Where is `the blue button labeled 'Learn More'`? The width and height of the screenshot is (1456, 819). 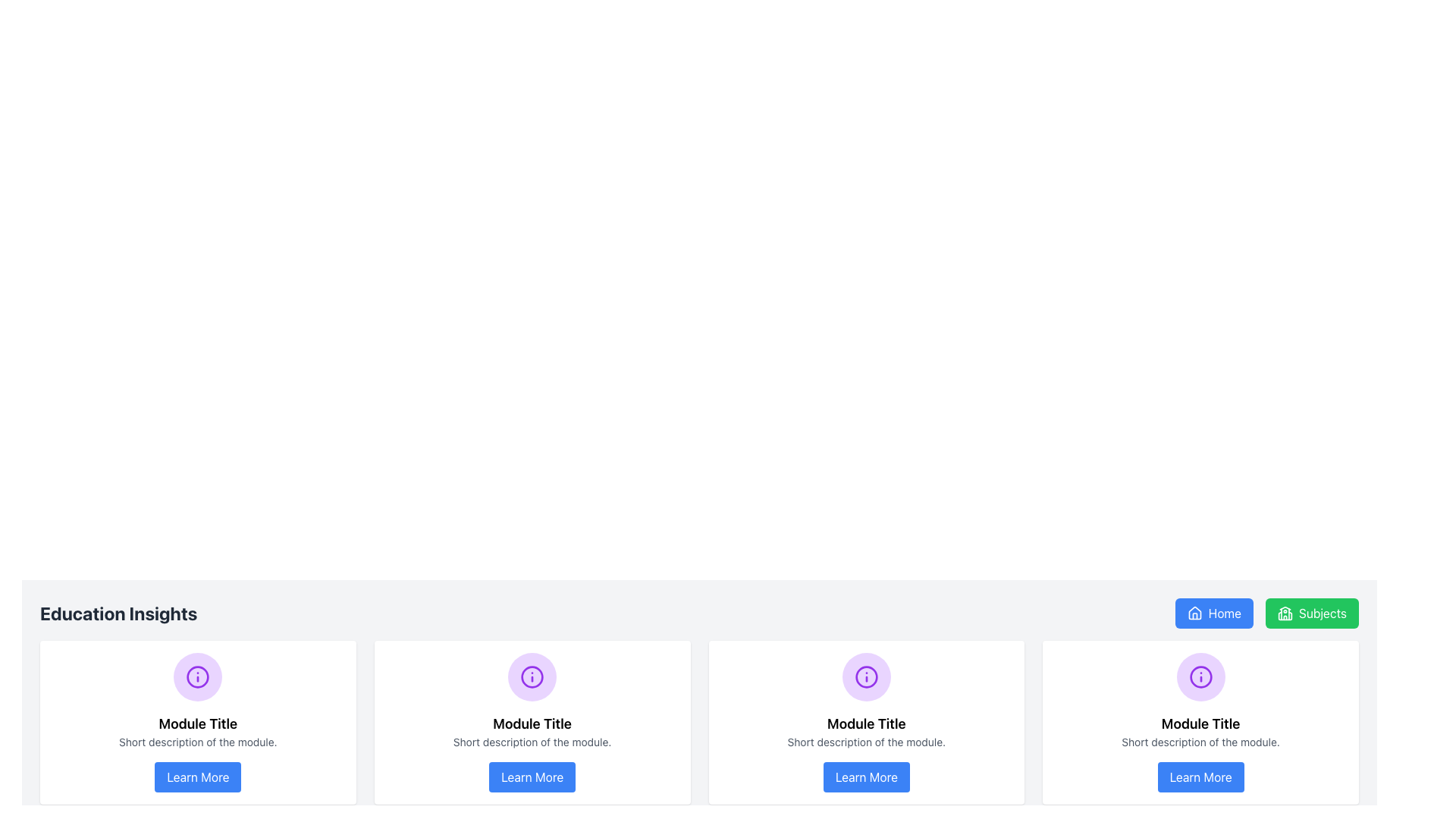 the blue button labeled 'Learn More' is located at coordinates (197, 777).